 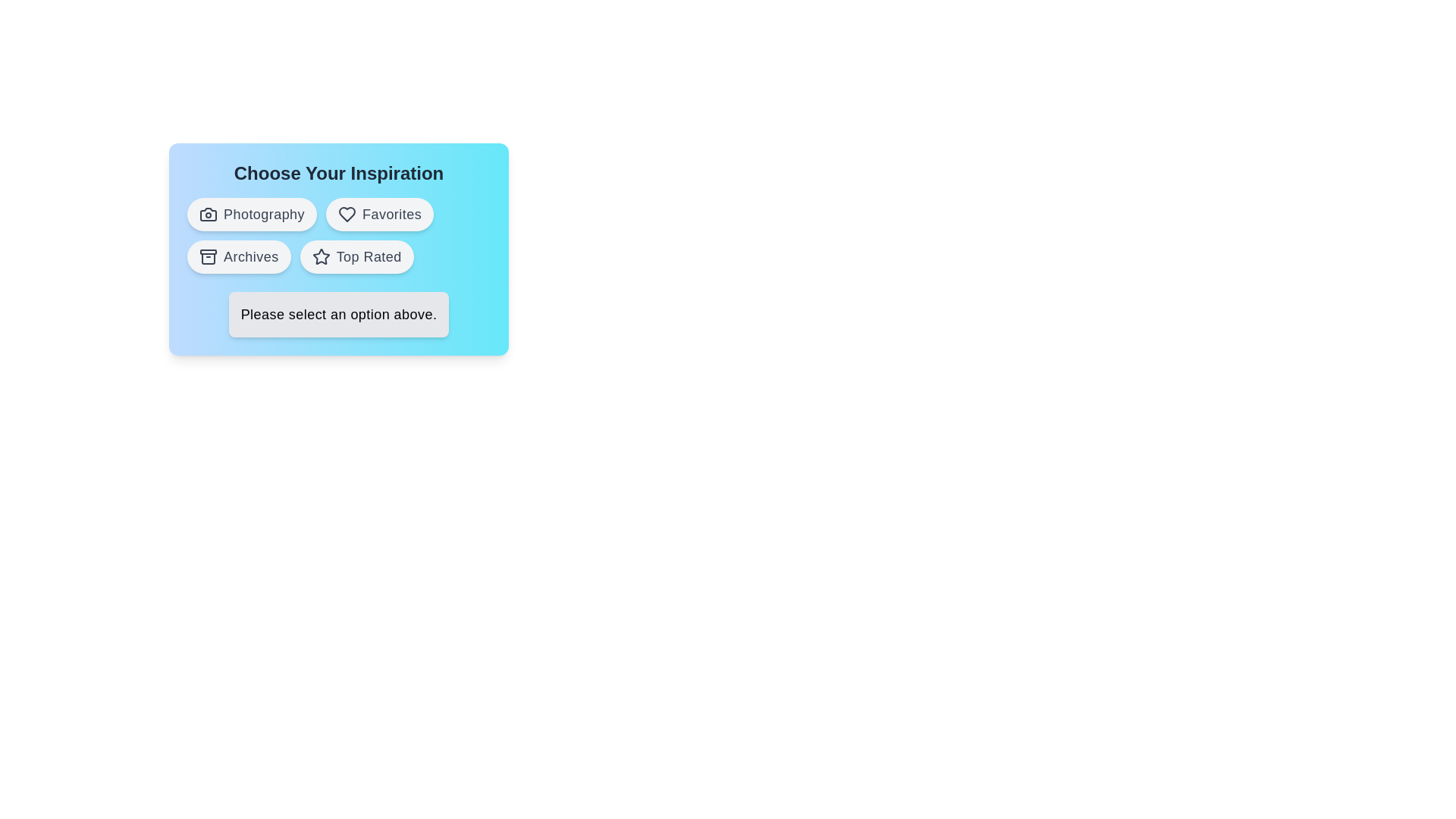 I want to click on the heart-shaped icon outlined with a dark stroke that is positioned to the left of the text 'Favorites' in the selection panel labeled 'Choose Your Inspiration', so click(x=347, y=214).